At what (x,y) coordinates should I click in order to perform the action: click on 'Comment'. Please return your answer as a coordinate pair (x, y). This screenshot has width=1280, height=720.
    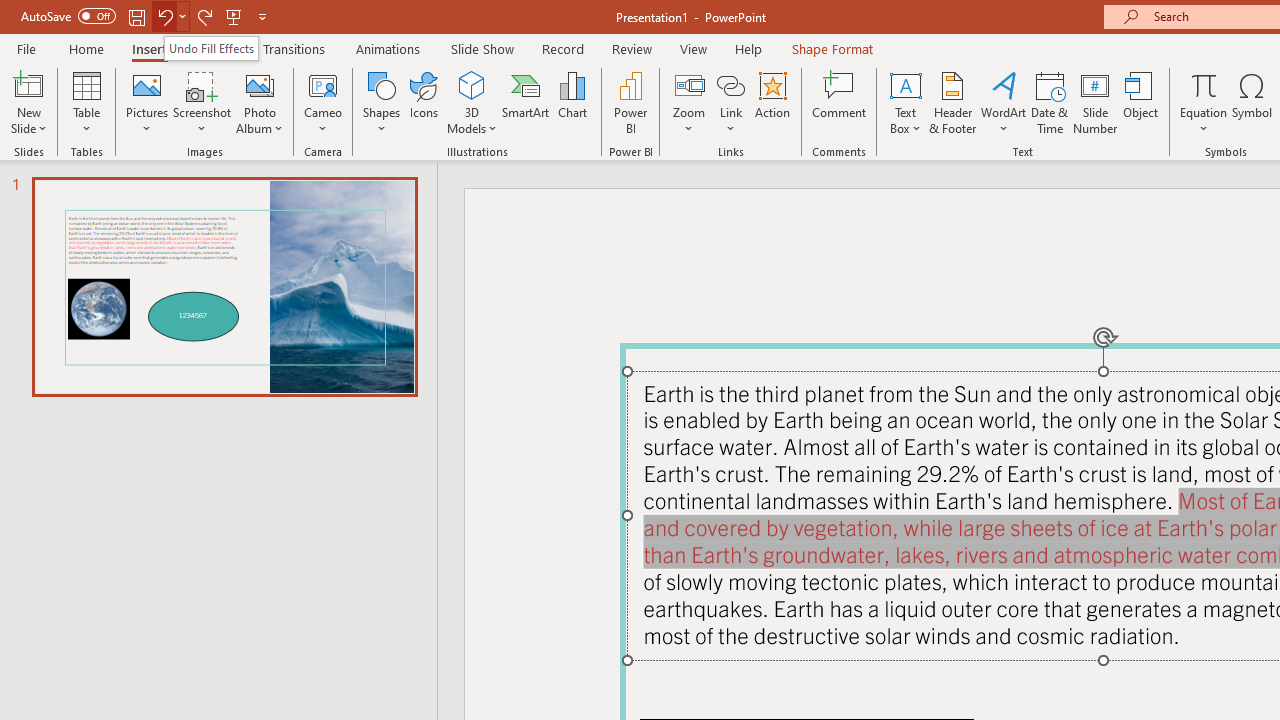
    Looking at the image, I should click on (839, 103).